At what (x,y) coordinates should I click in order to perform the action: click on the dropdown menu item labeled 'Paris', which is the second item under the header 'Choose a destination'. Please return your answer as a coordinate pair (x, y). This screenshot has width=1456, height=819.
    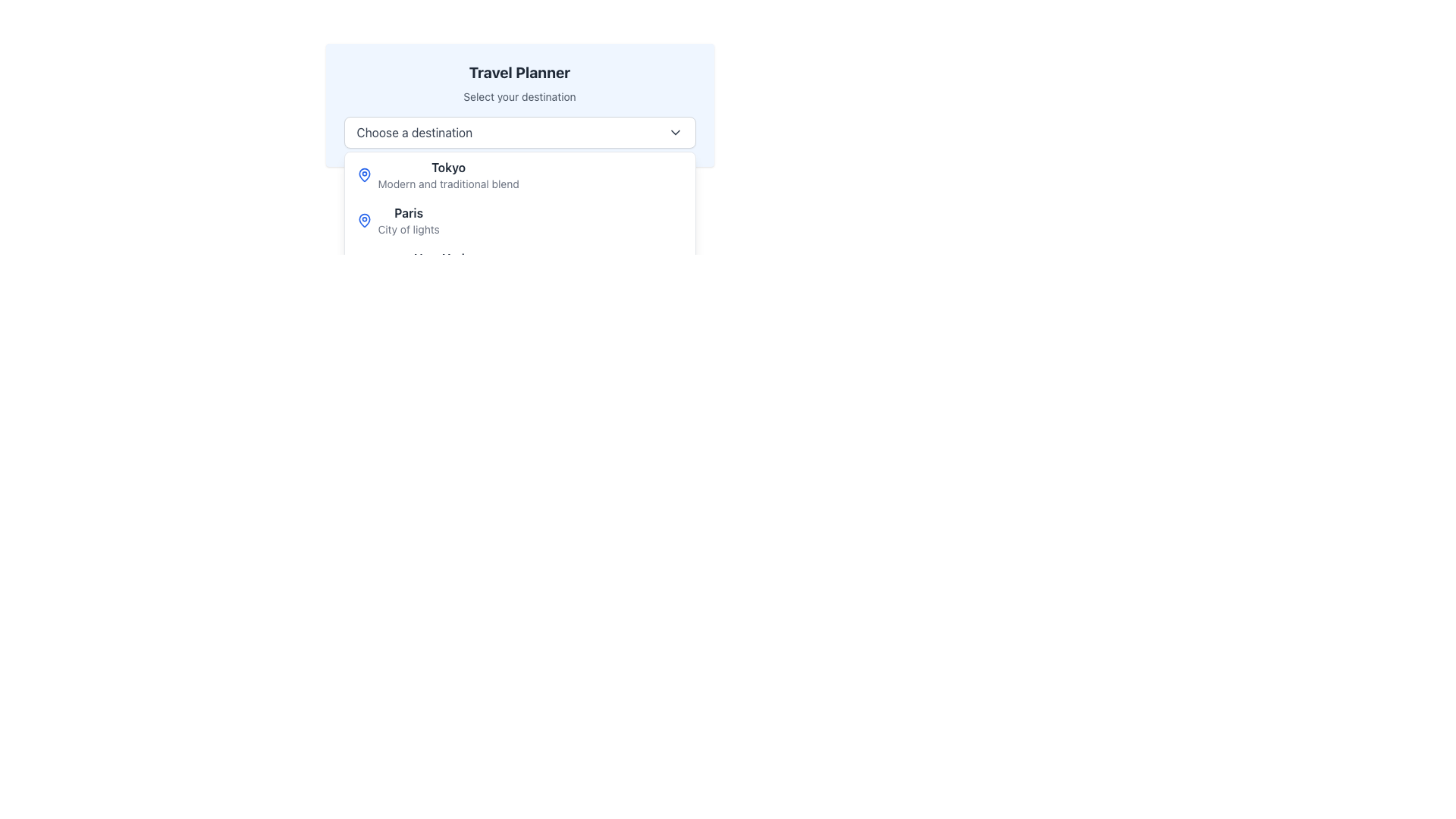
    Looking at the image, I should click on (409, 213).